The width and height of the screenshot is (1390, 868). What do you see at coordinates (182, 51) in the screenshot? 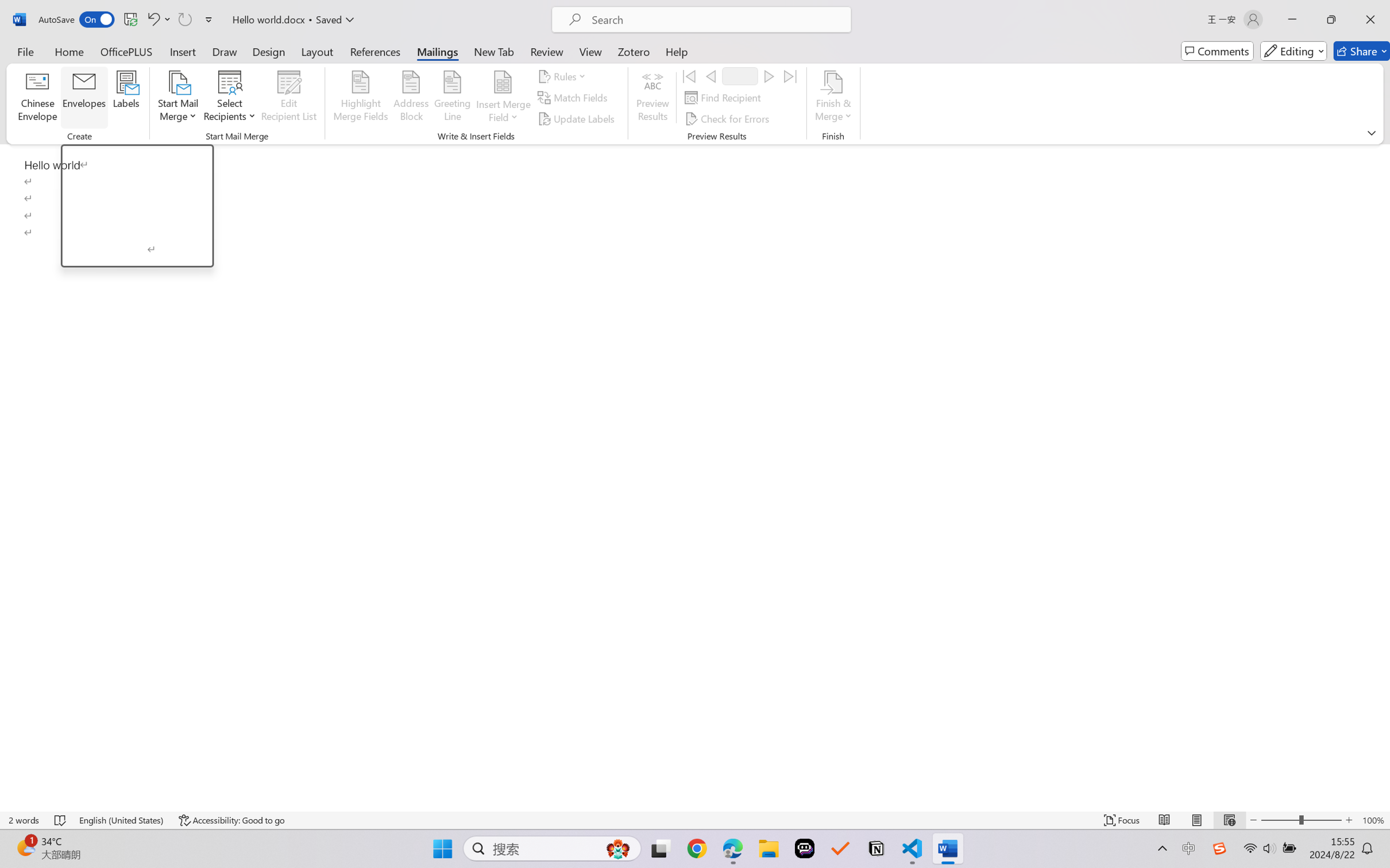
I see `'Insert'` at bounding box center [182, 51].